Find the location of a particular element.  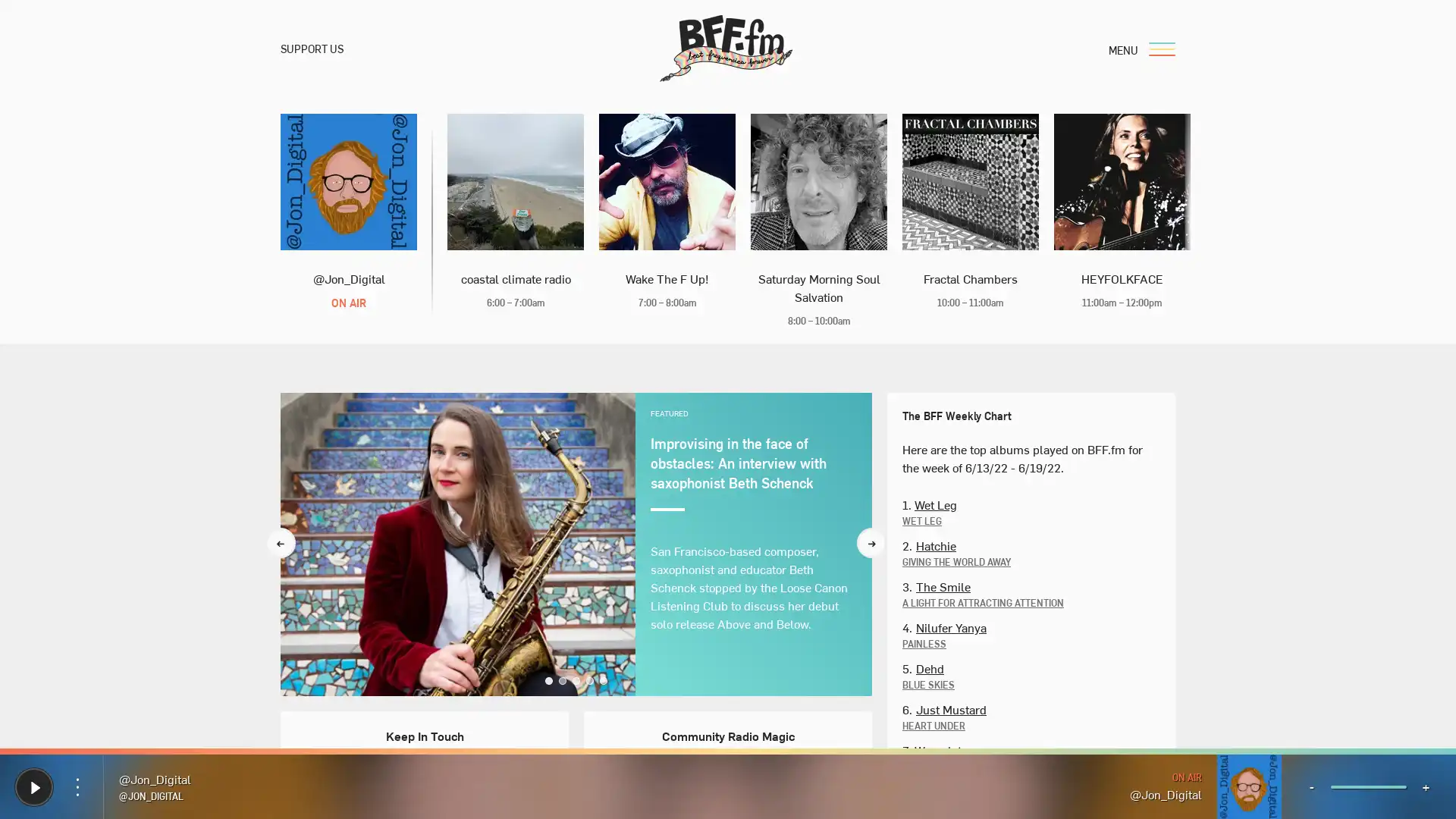

- Volume Down is located at coordinates (1310, 786).